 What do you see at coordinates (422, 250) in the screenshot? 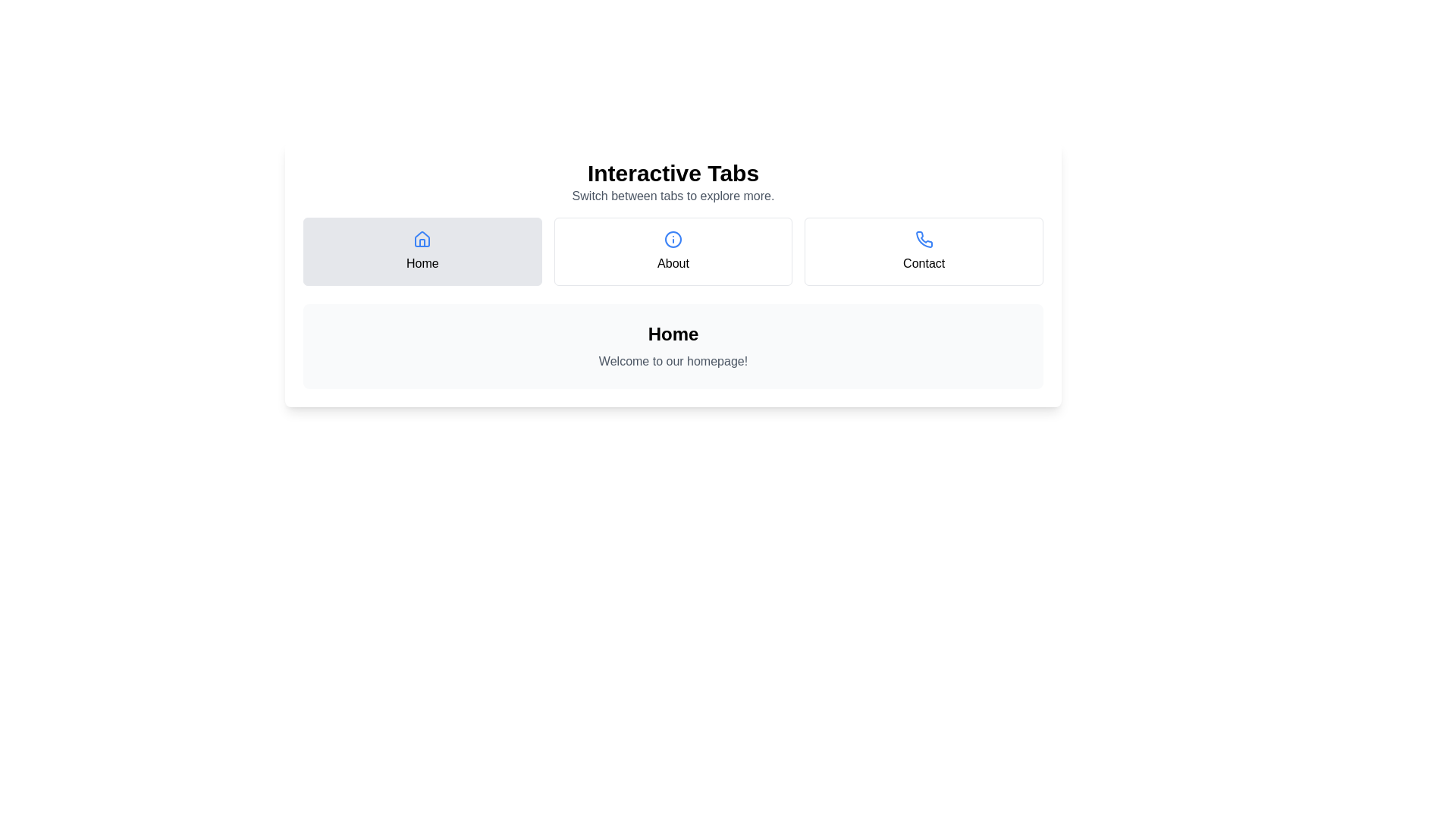
I see `the Home tab by clicking on it` at bounding box center [422, 250].